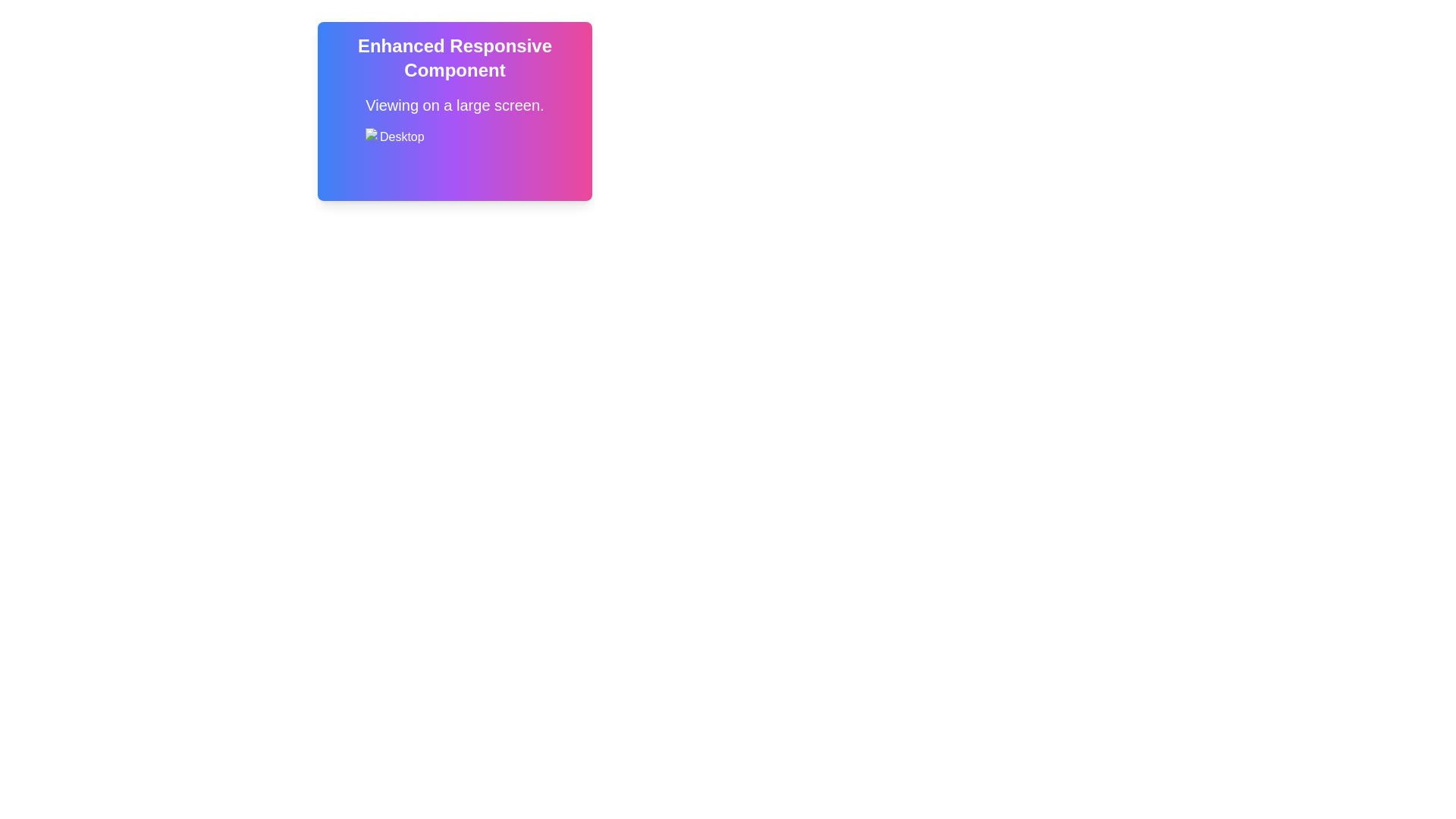 Image resolution: width=1456 pixels, height=819 pixels. I want to click on the bold text element that reads 'ENHANCED RESPONSIVE COMPONENT', prominently displayed within a gradient-styled background, so click(454, 58).